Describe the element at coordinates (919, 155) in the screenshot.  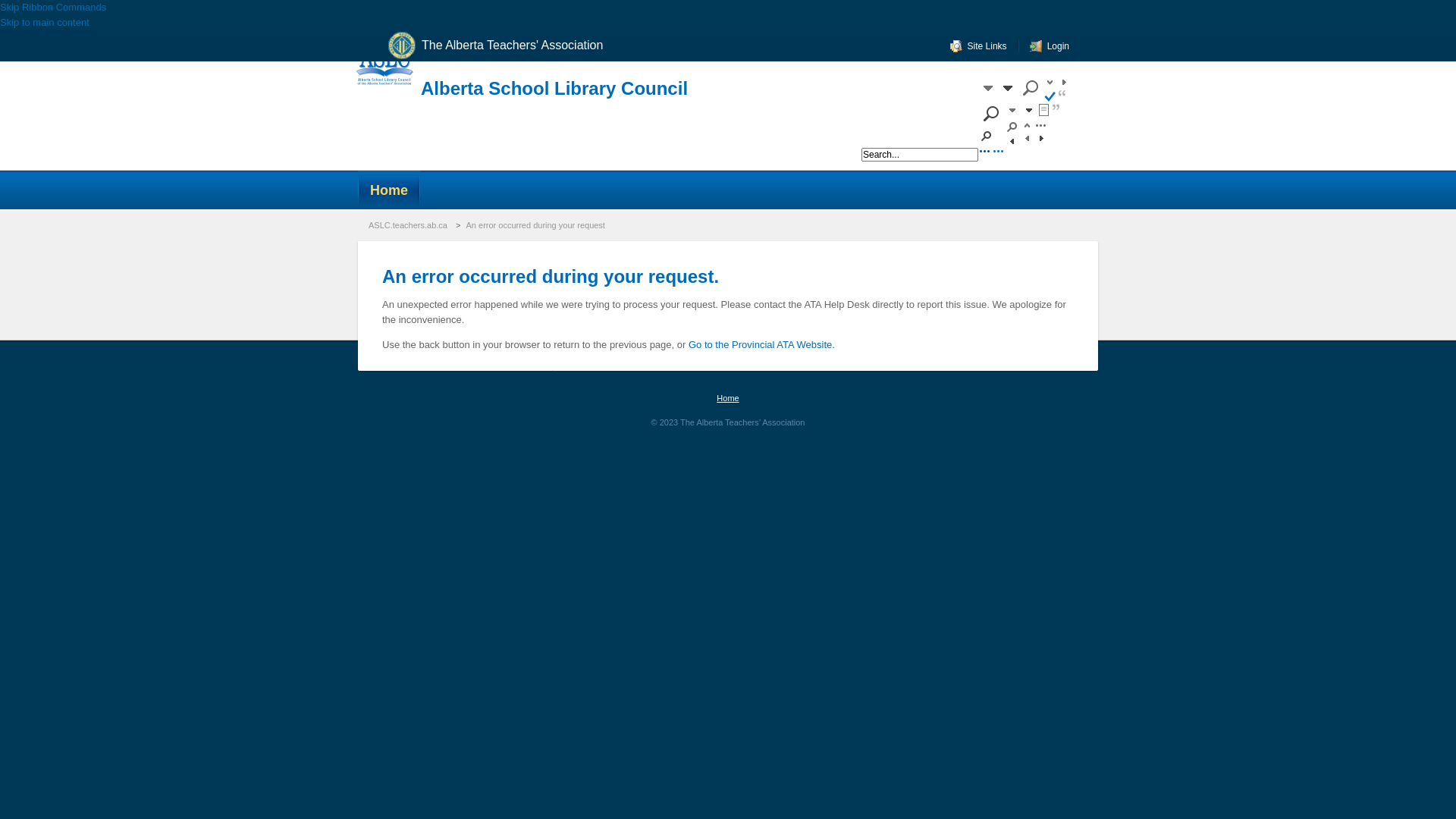
I see `'Search...'` at that location.